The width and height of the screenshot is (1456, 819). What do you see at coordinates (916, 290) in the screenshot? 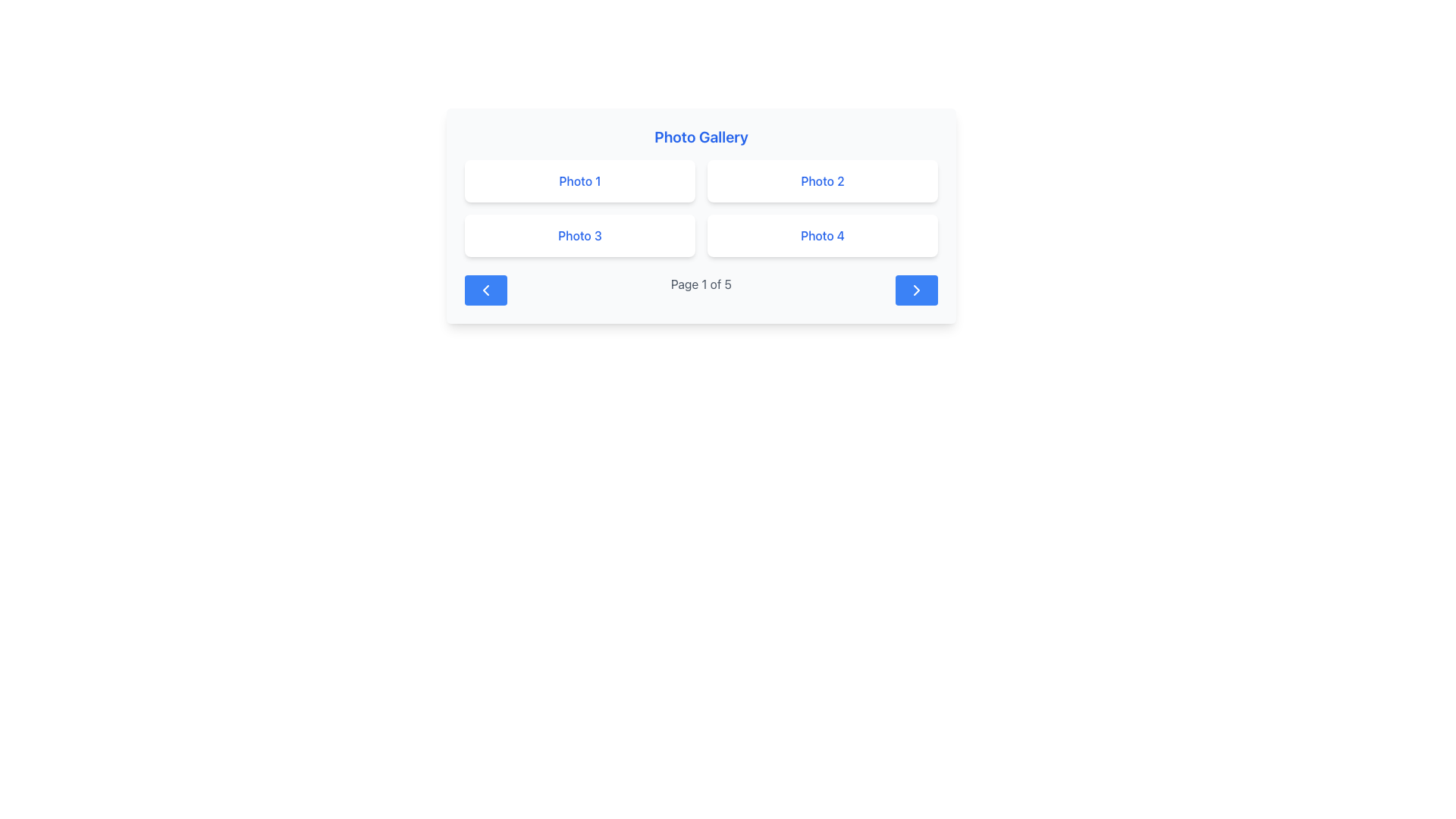
I see `the right arrow icon located within the blue rounded rectangle button at the bottom right of the Photo Gallery interface` at bounding box center [916, 290].